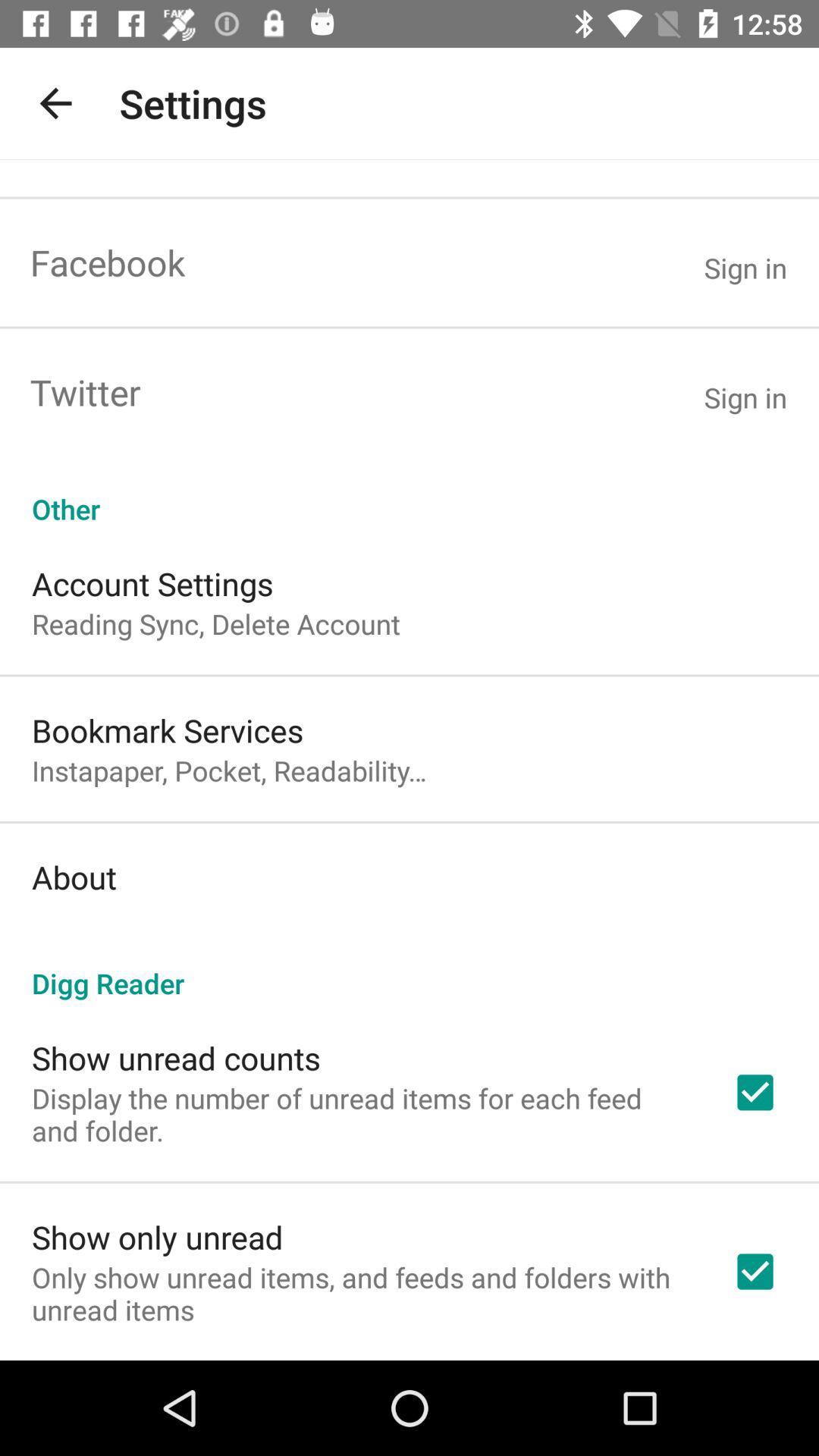  I want to click on app to the left of the sign in, so click(85, 392).